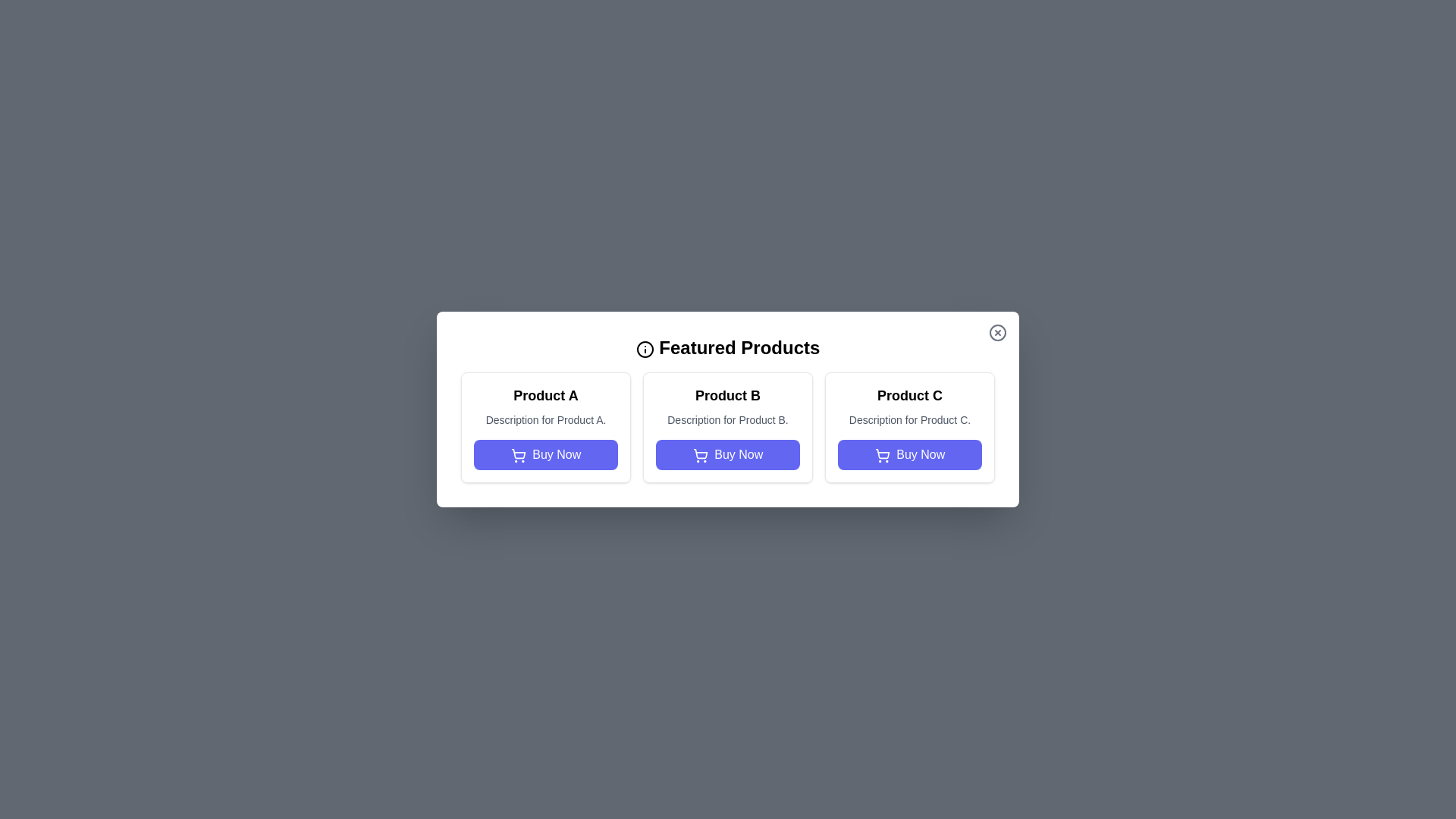  I want to click on the 'Buy Now' button for Product A, so click(546, 454).